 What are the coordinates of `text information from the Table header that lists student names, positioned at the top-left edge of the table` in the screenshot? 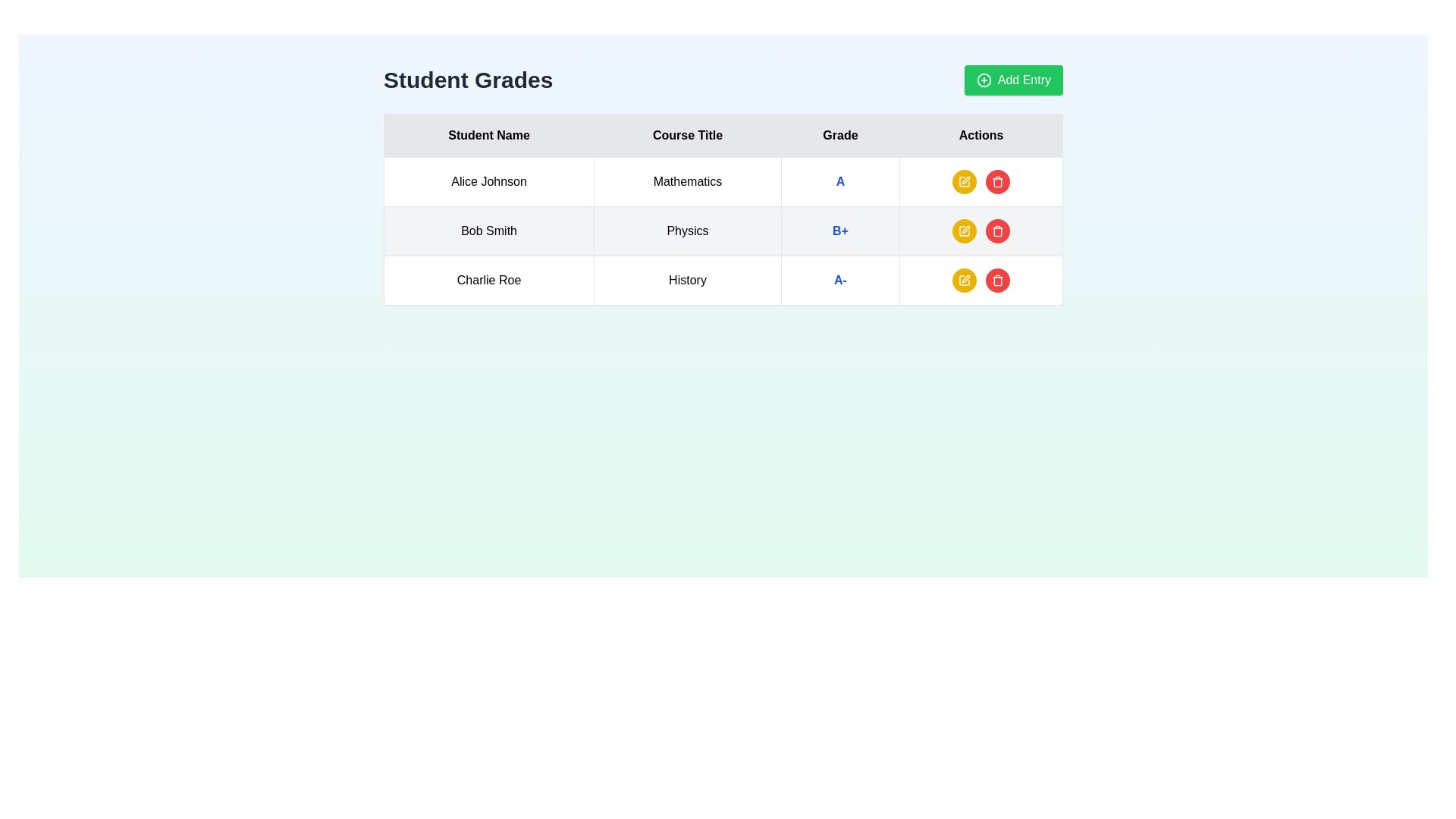 It's located at (489, 134).